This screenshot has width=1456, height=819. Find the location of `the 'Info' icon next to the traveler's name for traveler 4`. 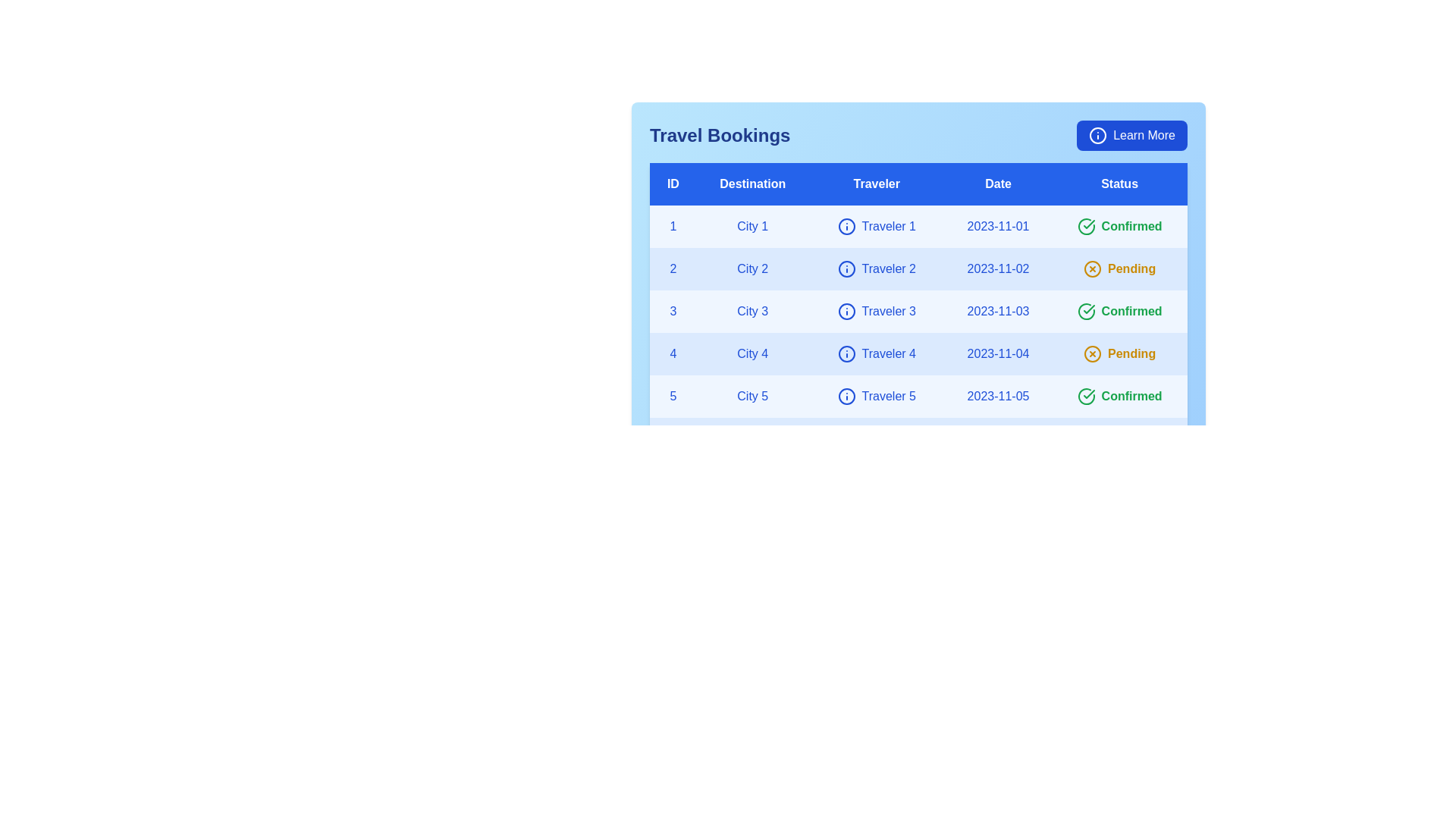

the 'Info' icon next to the traveler's name for traveler 4 is located at coordinates (846, 353).